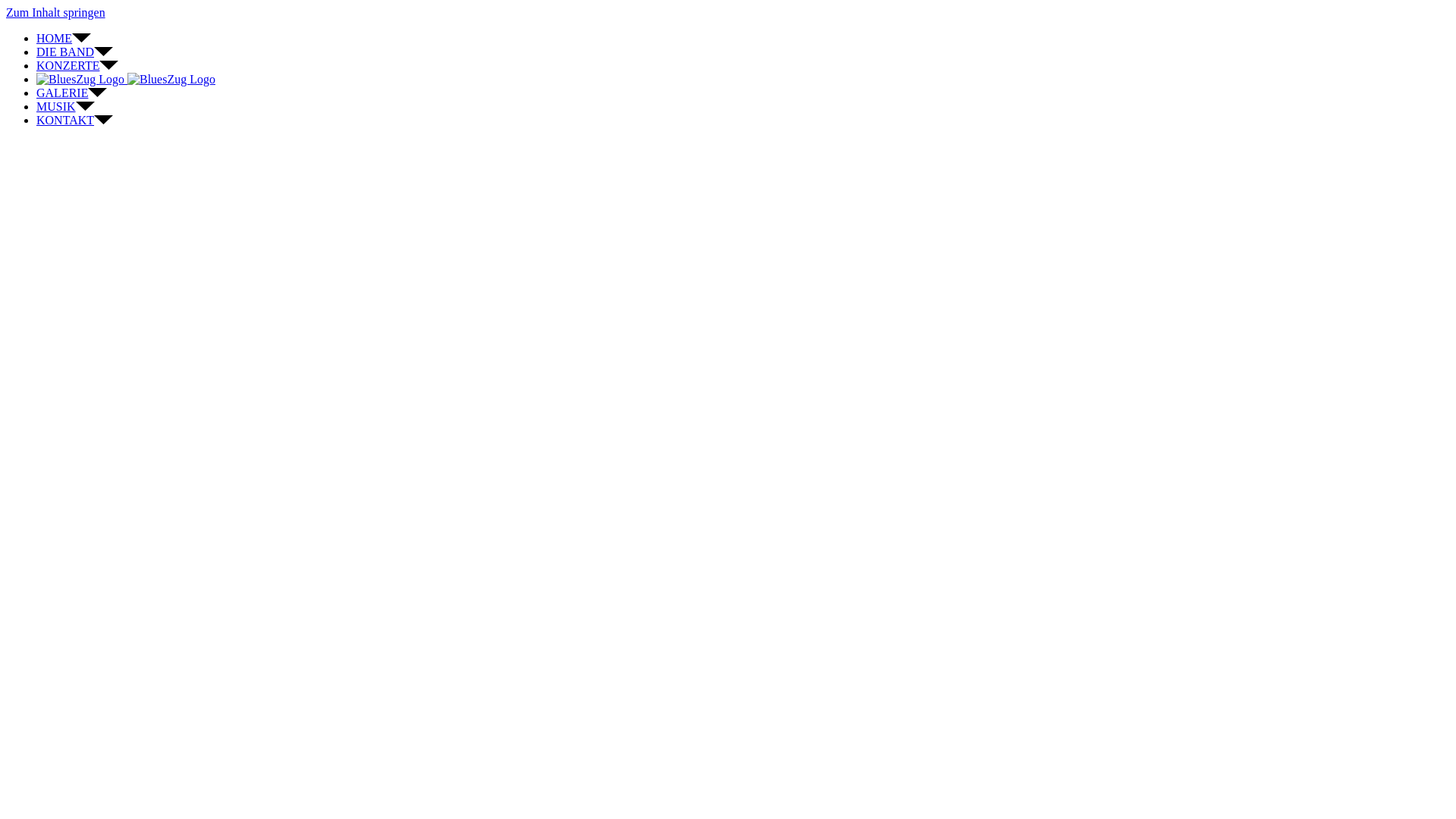  What do you see at coordinates (55, 12) in the screenshot?
I see `'Zum Inhalt springen'` at bounding box center [55, 12].